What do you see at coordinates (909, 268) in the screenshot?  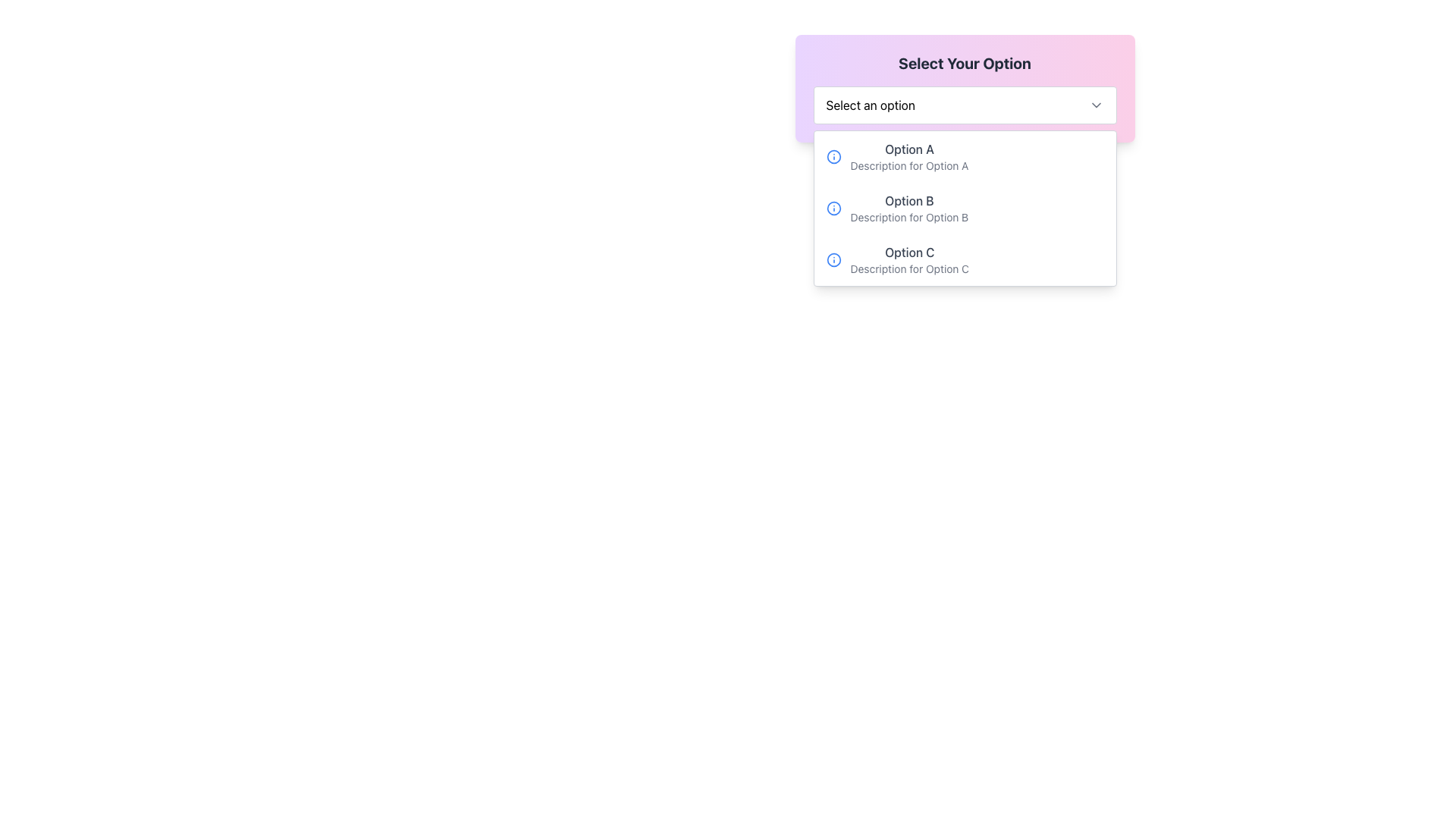 I see `the text label displaying 'Description for Option C', which is styled with a smaller gray font and is part of the dropdown menu below the 'Select Your Option' button` at bounding box center [909, 268].